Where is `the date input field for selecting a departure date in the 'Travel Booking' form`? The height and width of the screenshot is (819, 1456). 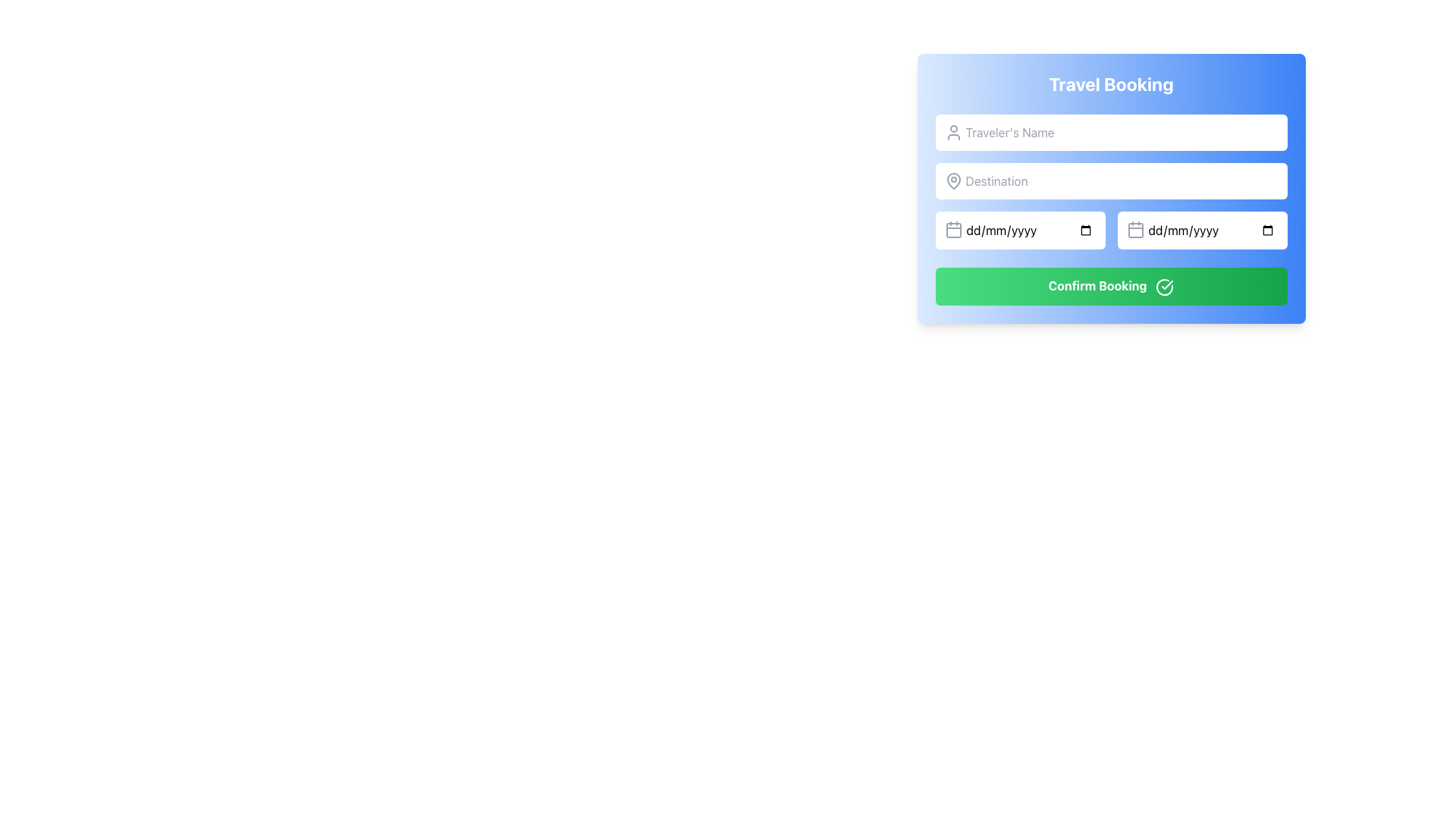 the date input field for selecting a departure date in the 'Travel Booking' form is located at coordinates (1020, 231).